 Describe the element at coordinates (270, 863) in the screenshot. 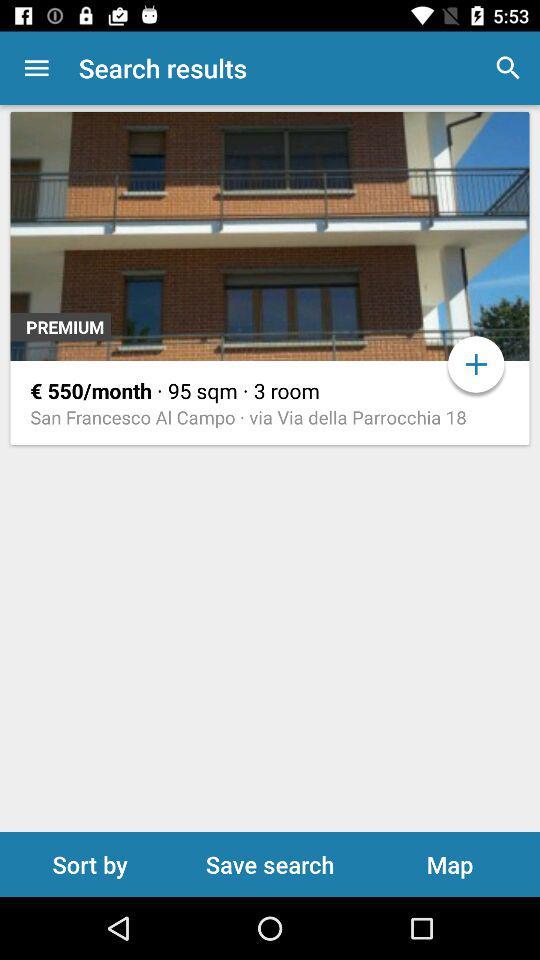

I see `the save search item` at that location.